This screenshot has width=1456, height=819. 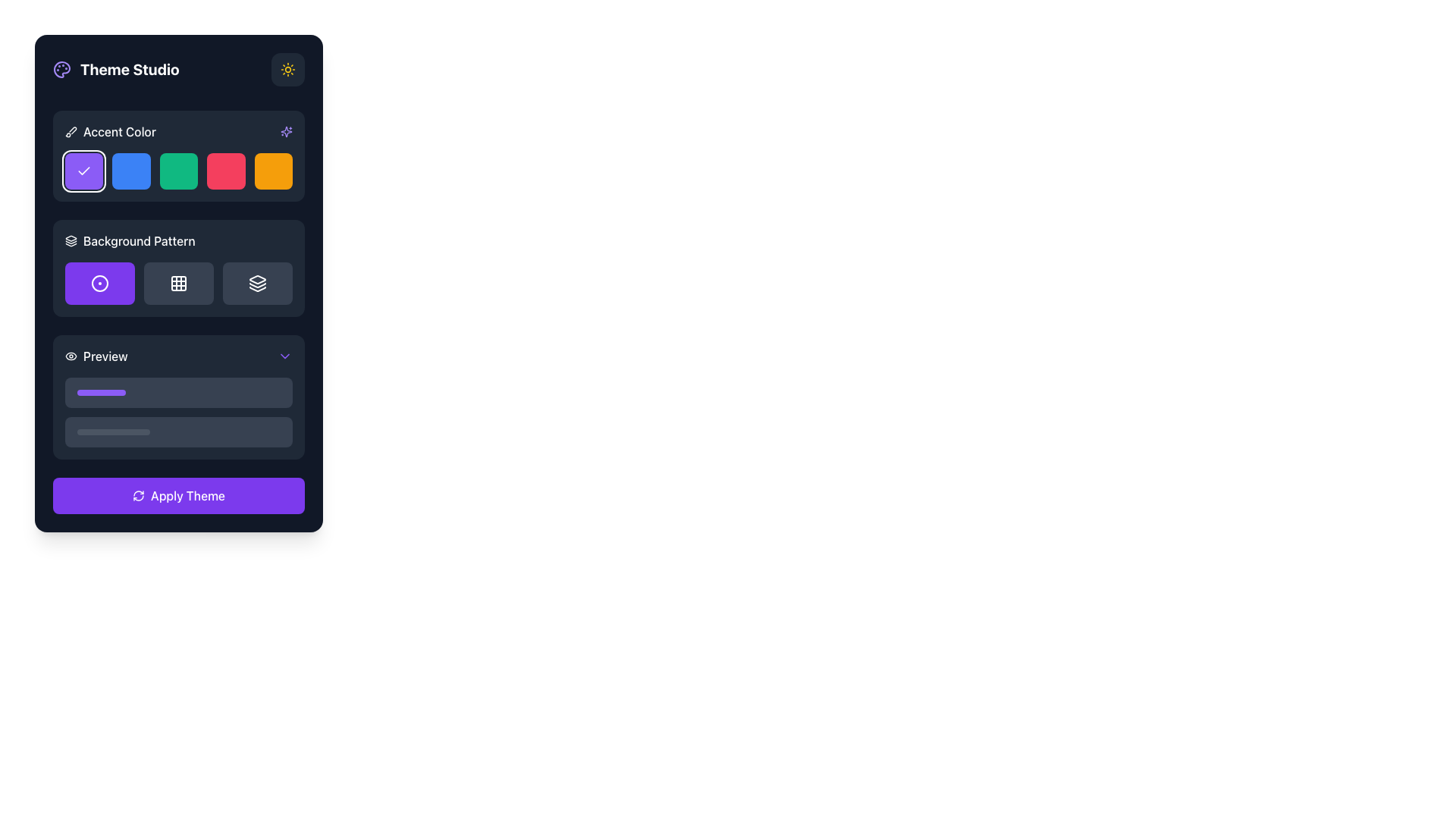 What do you see at coordinates (225, 171) in the screenshot?
I see `the rectangular button with a red background color located in the fourth position of the horizontal row of buttons in the 'Accent Color' section` at bounding box center [225, 171].